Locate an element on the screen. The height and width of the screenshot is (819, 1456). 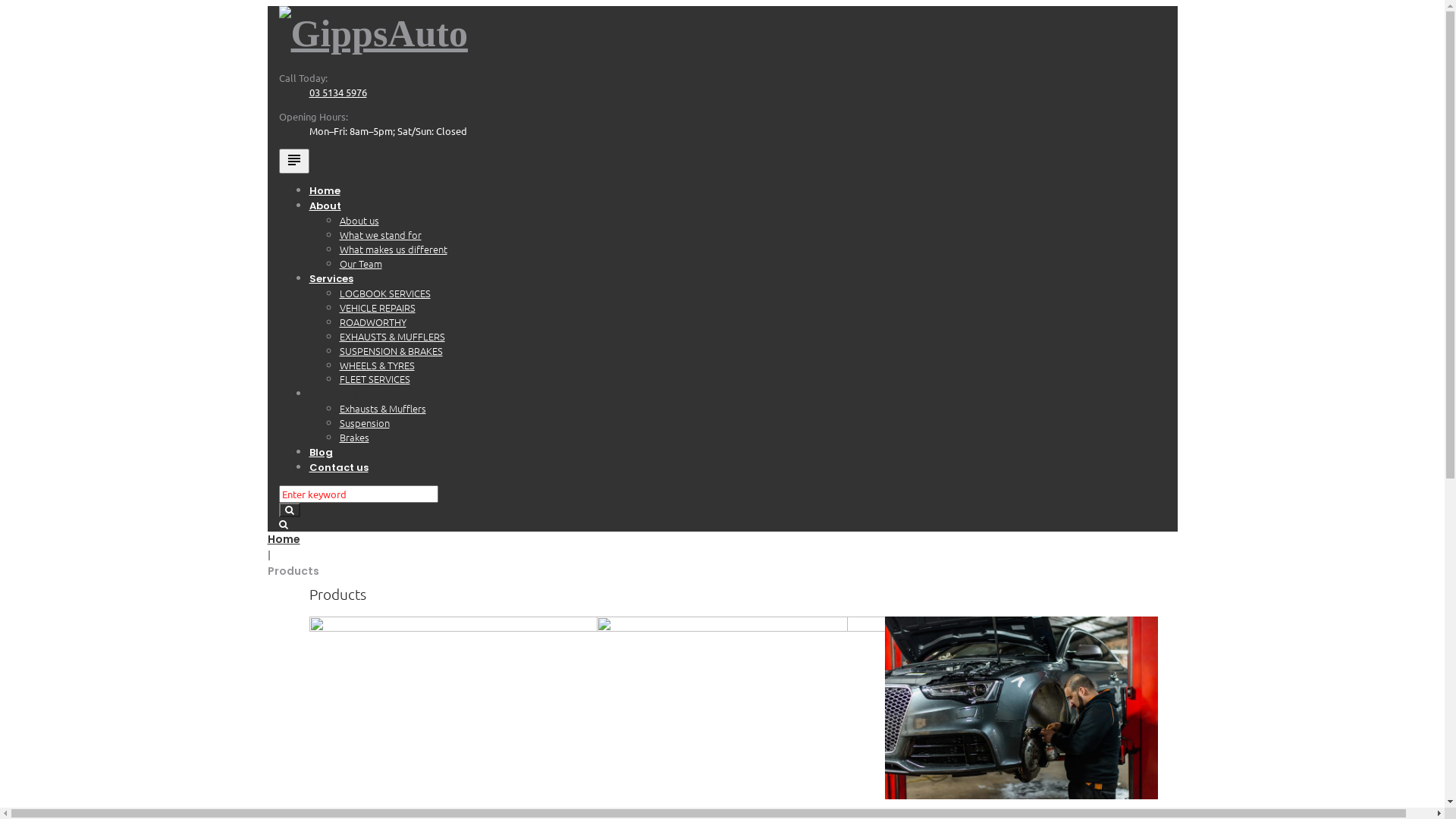
'ROADWORTHY' is located at coordinates (372, 321).